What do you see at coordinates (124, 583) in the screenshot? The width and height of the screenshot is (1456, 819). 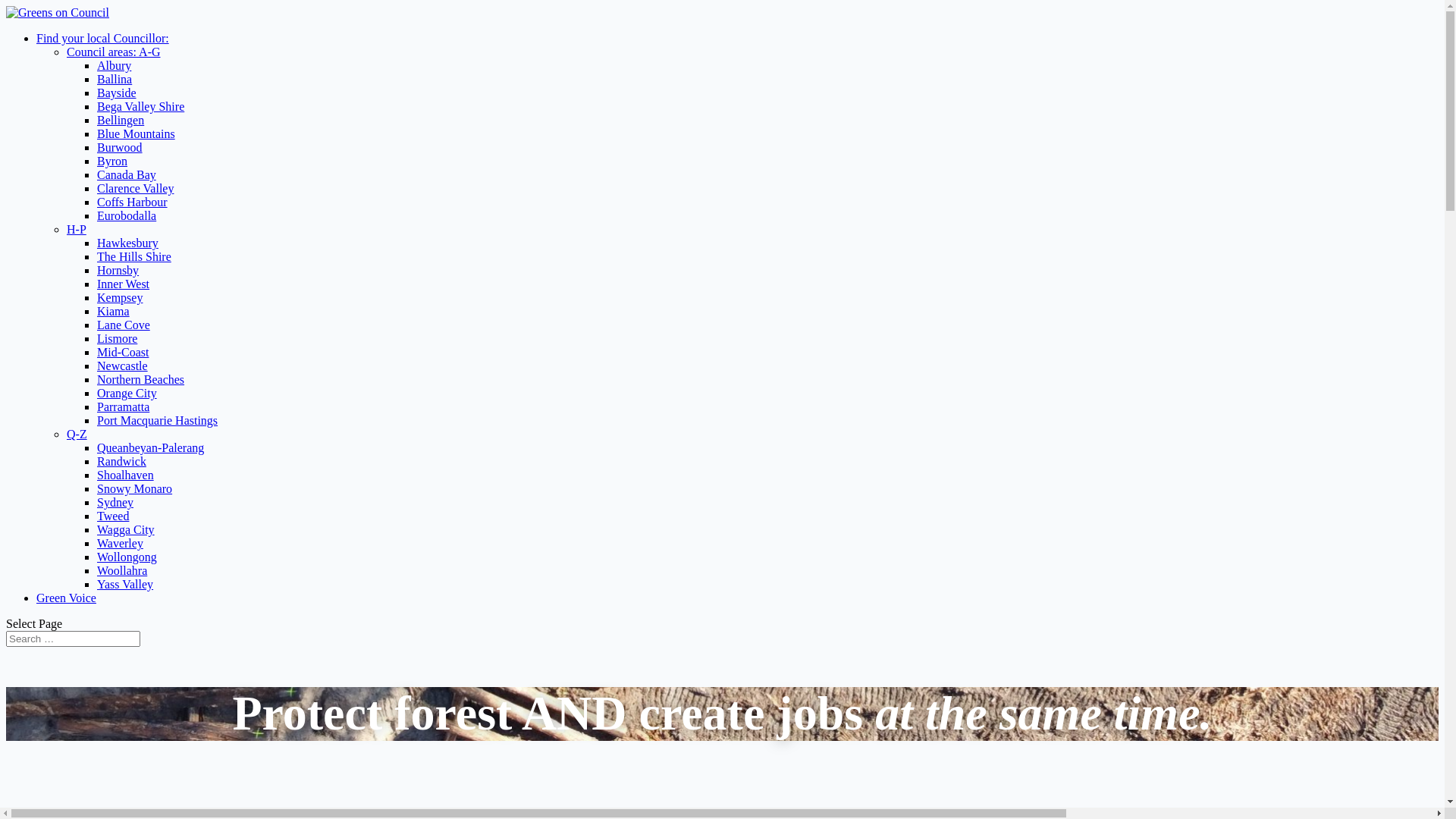 I see `'Yass Valley'` at bounding box center [124, 583].